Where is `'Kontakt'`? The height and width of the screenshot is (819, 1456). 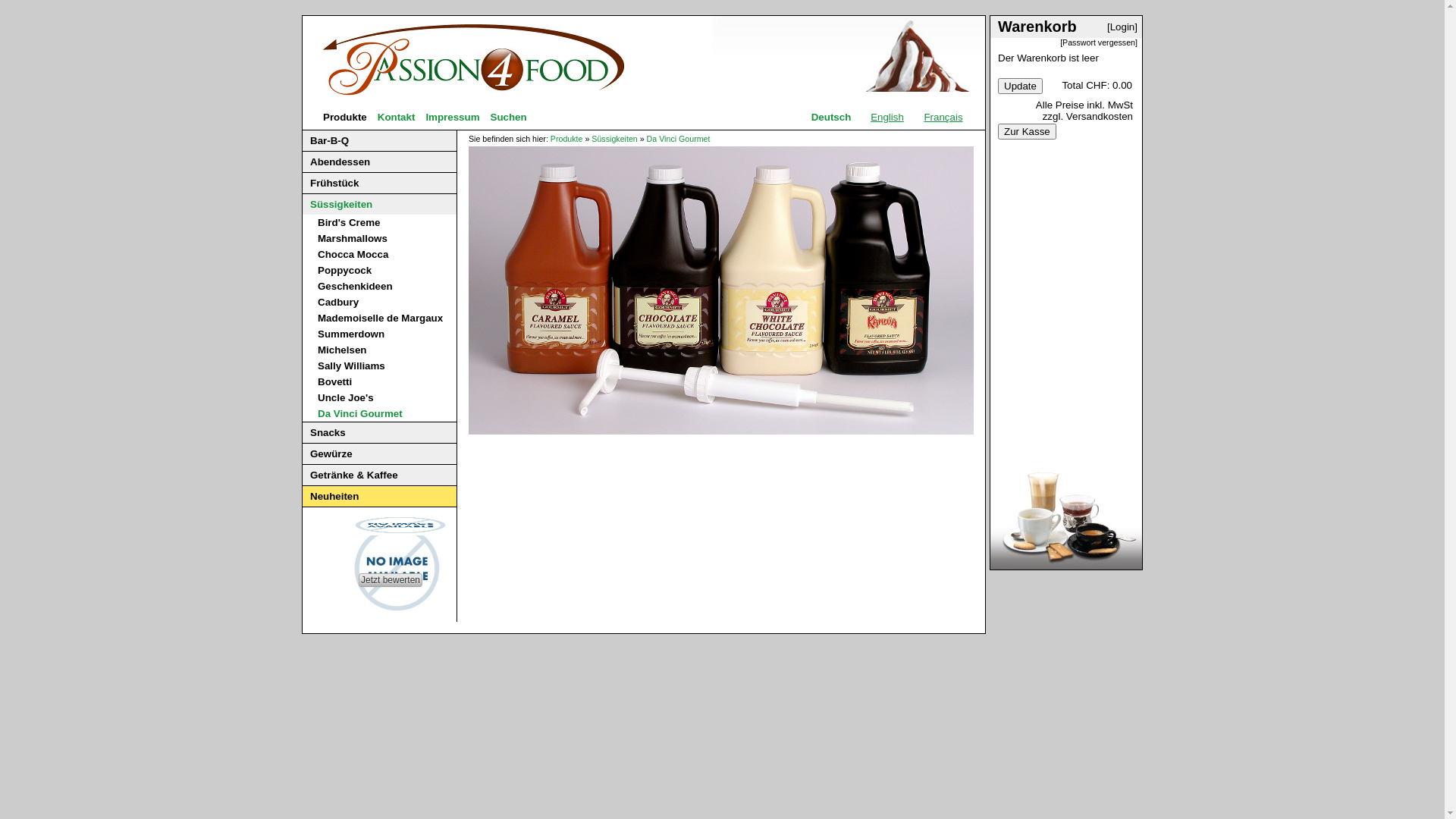 'Kontakt' is located at coordinates (397, 116).